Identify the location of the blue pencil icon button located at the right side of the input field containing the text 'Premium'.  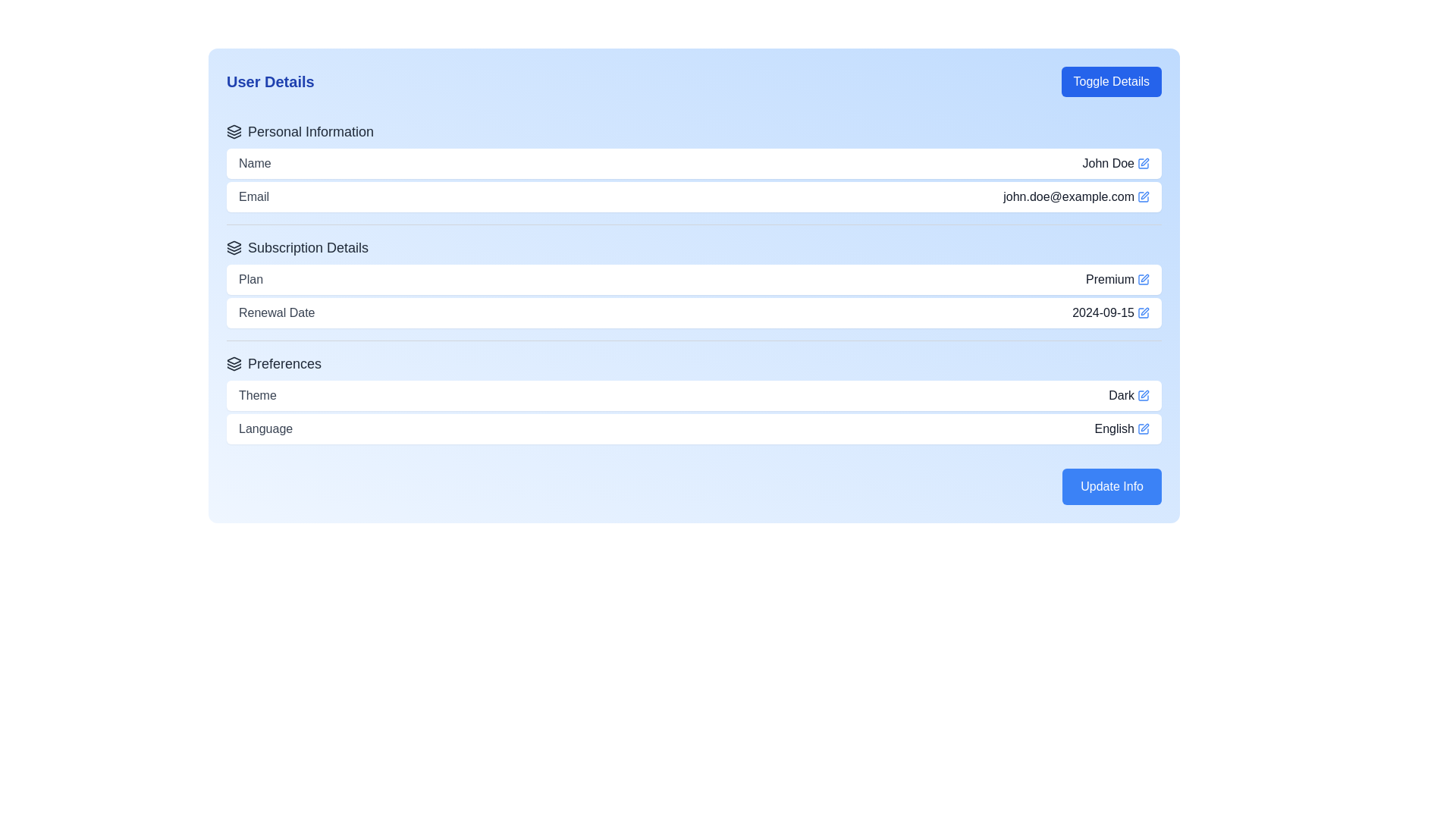
(1145, 278).